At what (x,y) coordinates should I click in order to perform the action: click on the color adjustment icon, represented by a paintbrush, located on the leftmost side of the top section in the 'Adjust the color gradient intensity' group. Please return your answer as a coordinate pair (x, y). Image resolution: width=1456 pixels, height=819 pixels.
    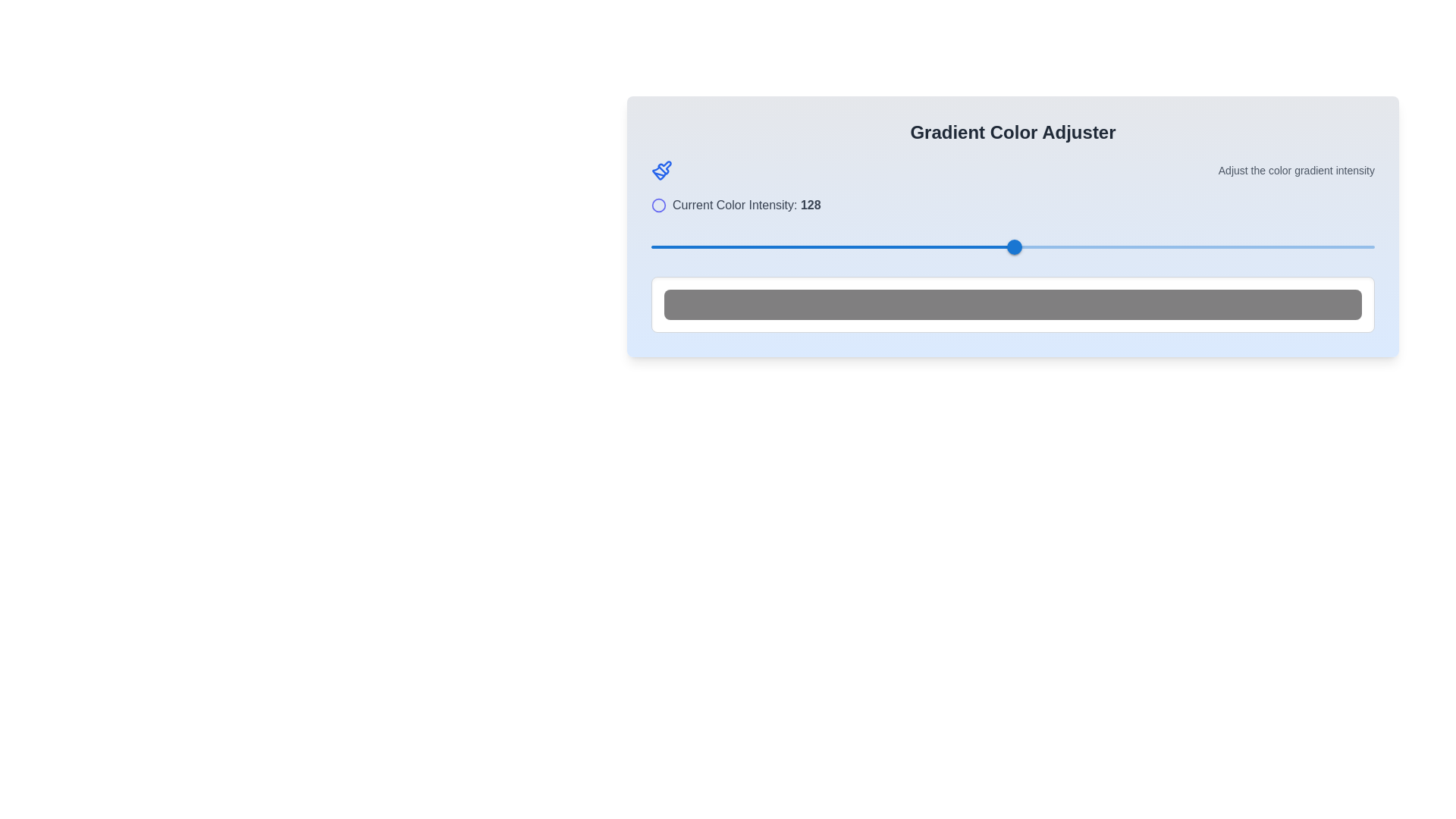
    Looking at the image, I should click on (662, 170).